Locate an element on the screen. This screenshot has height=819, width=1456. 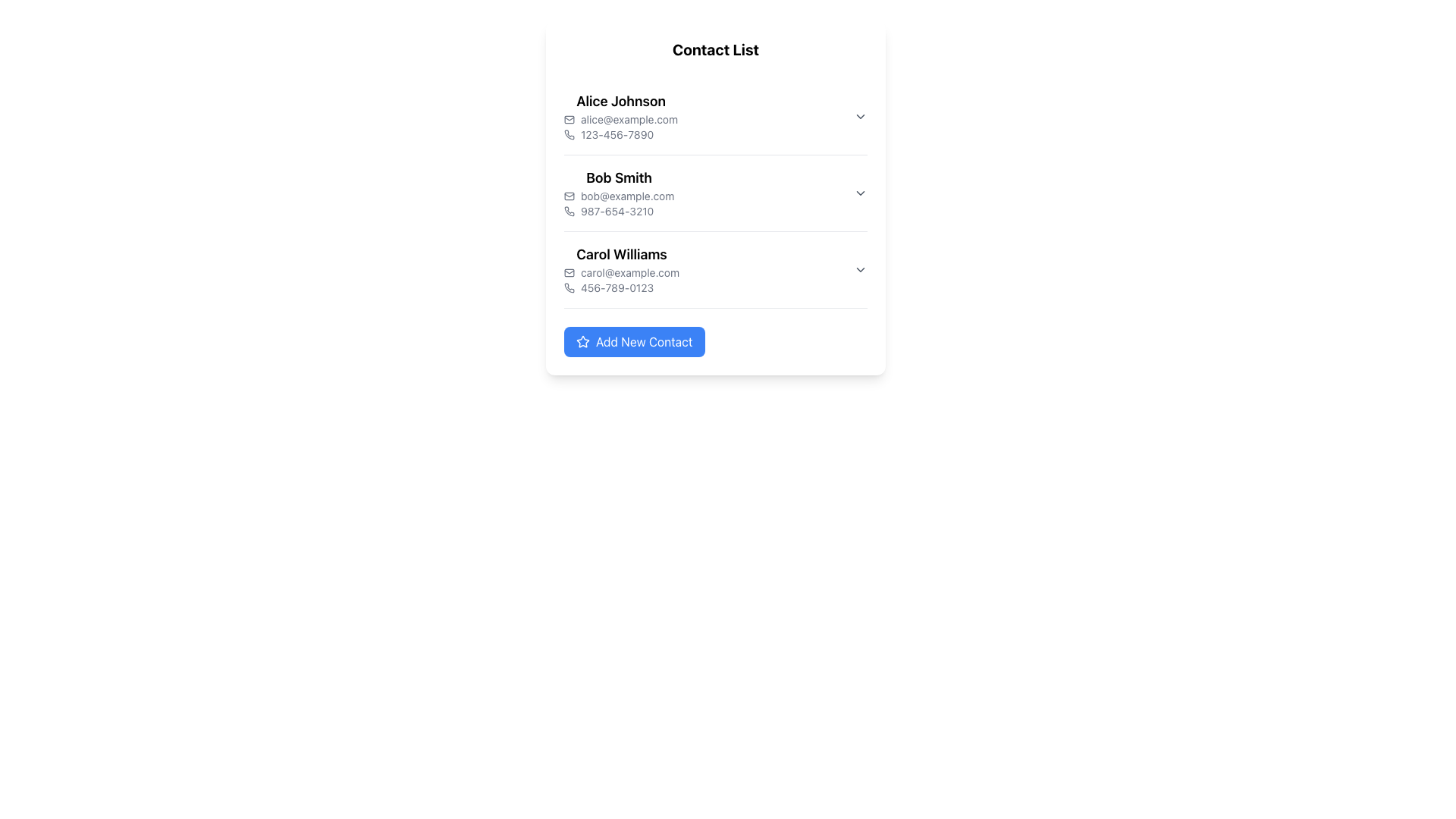
the blue rectangular button labeled 'Add New Contact' with a white star icon is located at coordinates (634, 342).